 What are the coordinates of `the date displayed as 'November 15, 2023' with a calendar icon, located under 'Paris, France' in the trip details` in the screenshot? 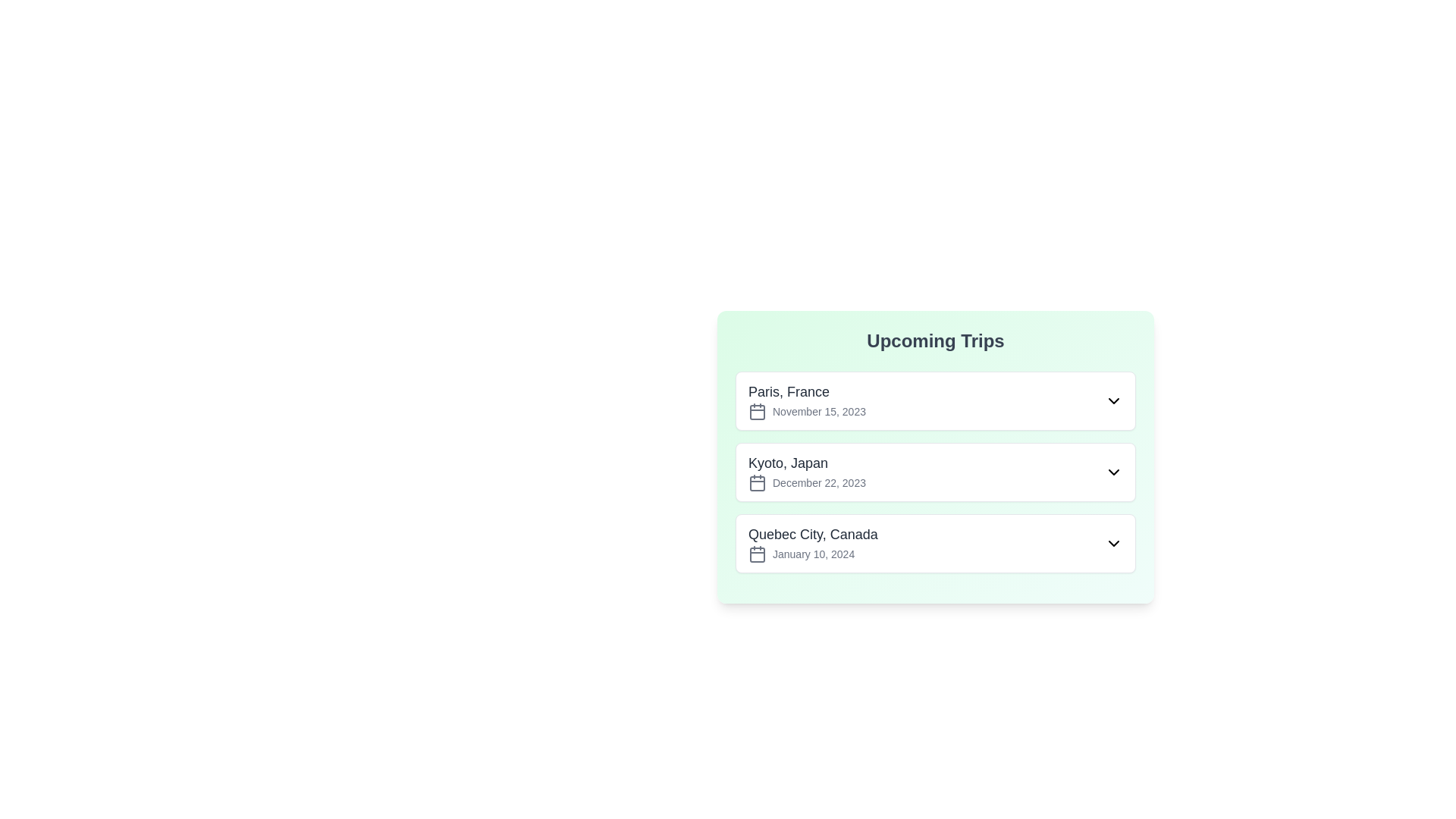 It's located at (806, 412).